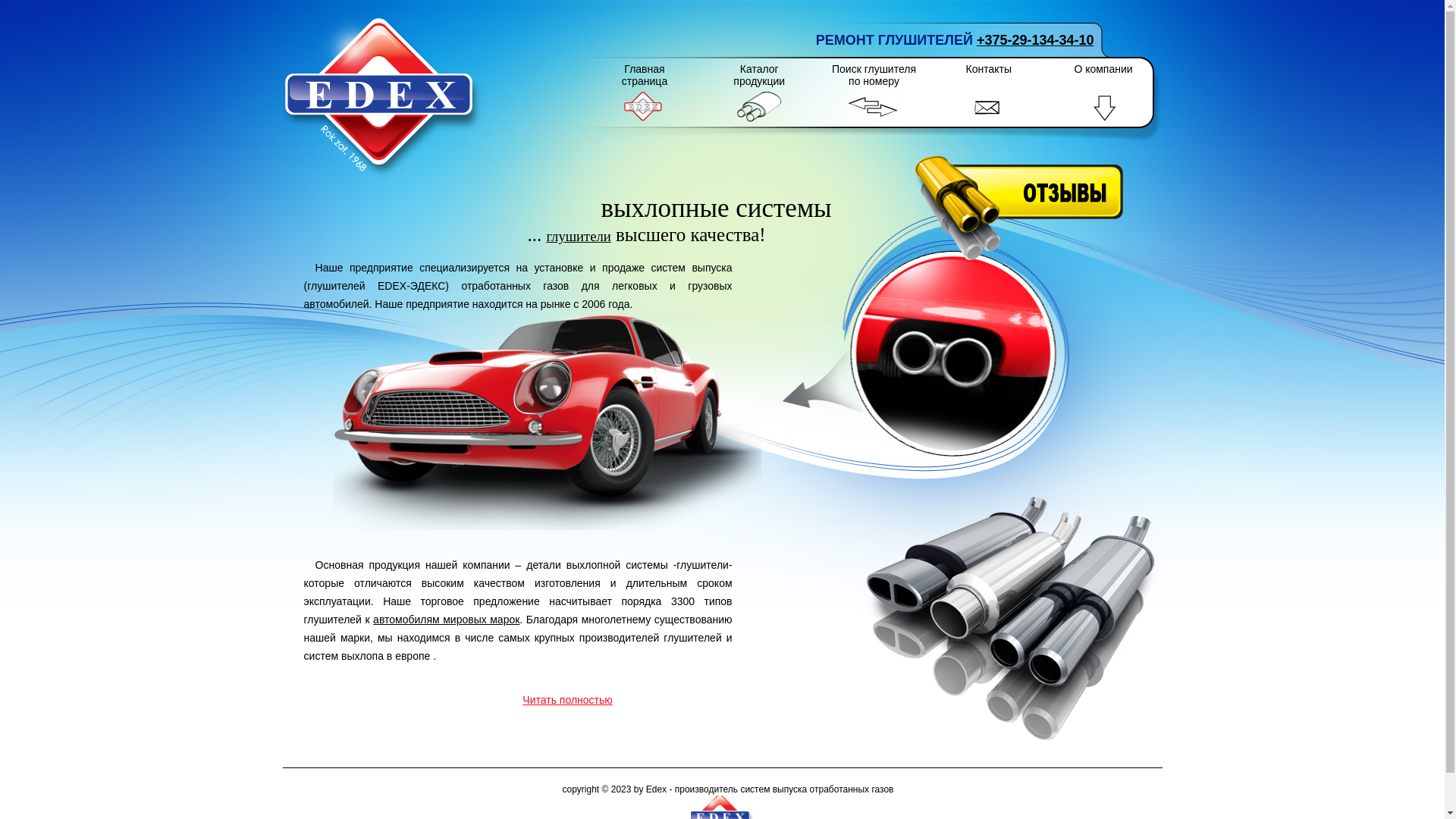 This screenshot has height=819, width=1456. I want to click on 'Edex', so click(382, 96).